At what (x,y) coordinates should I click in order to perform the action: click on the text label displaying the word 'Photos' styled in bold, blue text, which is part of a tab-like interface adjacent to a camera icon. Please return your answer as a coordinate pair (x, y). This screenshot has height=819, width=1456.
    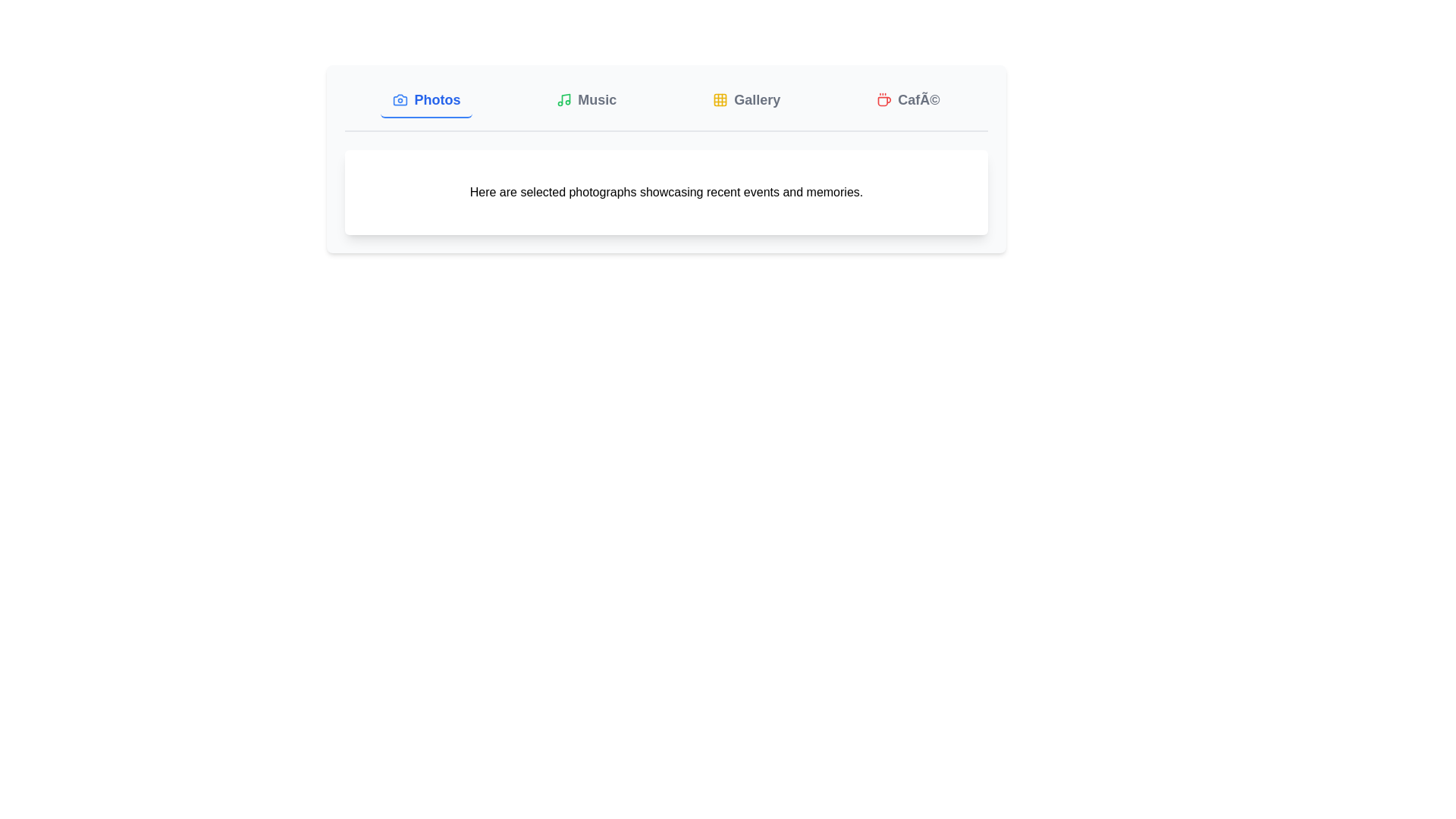
    Looking at the image, I should click on (436, 99).